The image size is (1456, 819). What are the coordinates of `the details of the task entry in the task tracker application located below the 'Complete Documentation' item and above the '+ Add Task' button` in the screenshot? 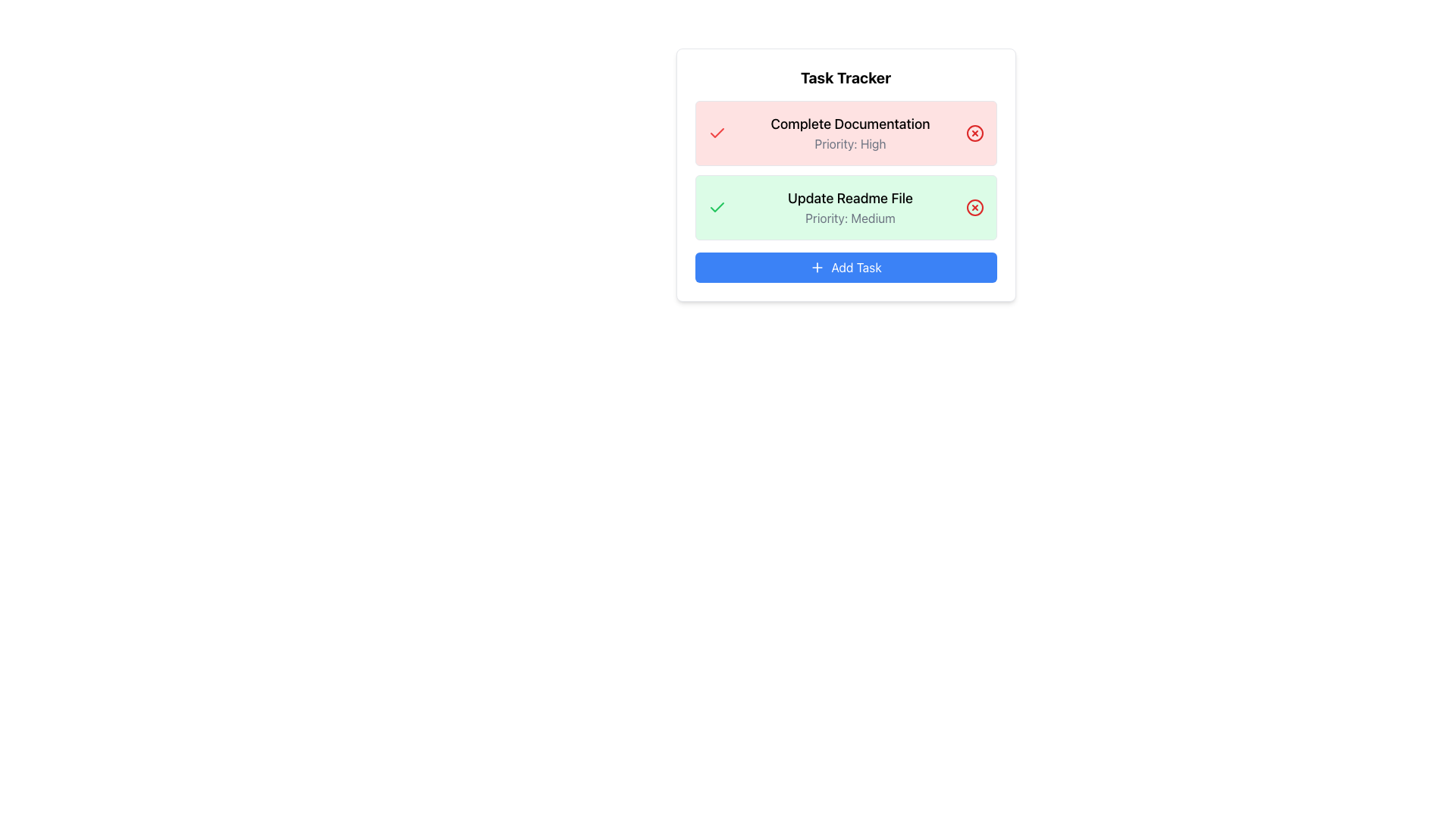 It's located at (845, 207).